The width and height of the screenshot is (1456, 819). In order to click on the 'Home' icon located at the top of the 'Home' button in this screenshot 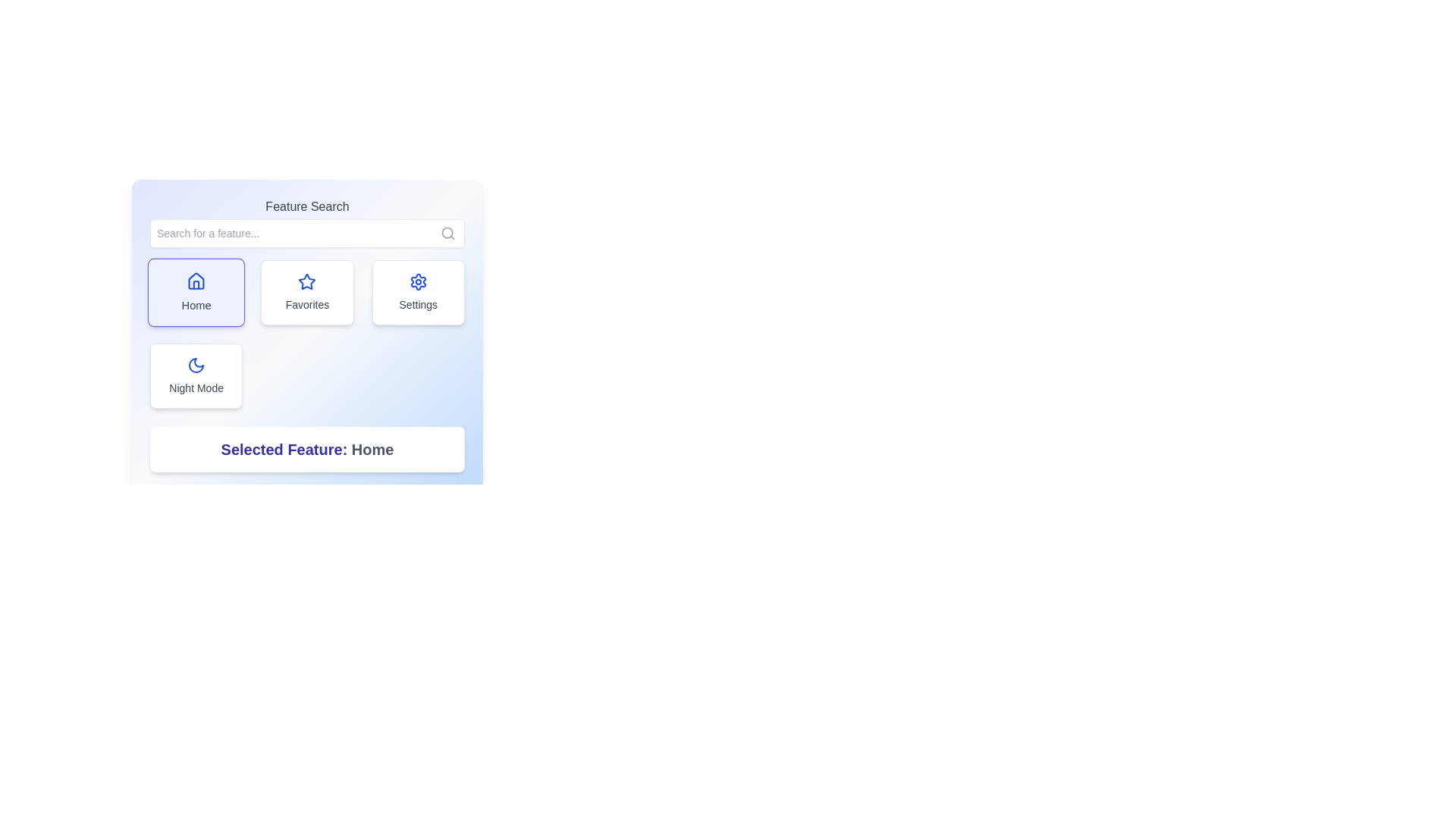, I will do `click(196, 281)`.